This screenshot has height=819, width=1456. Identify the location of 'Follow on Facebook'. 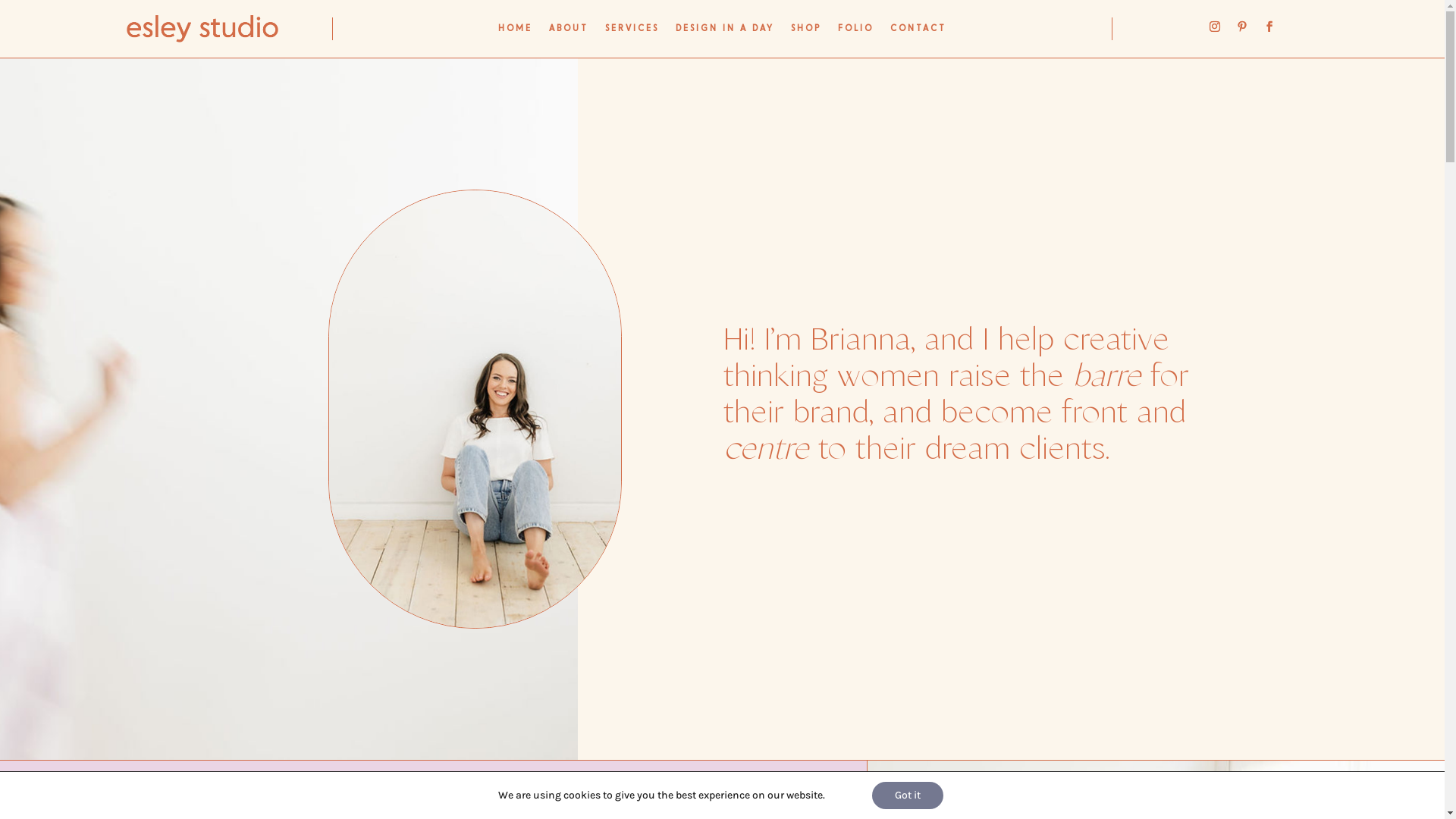
(1269, 26).